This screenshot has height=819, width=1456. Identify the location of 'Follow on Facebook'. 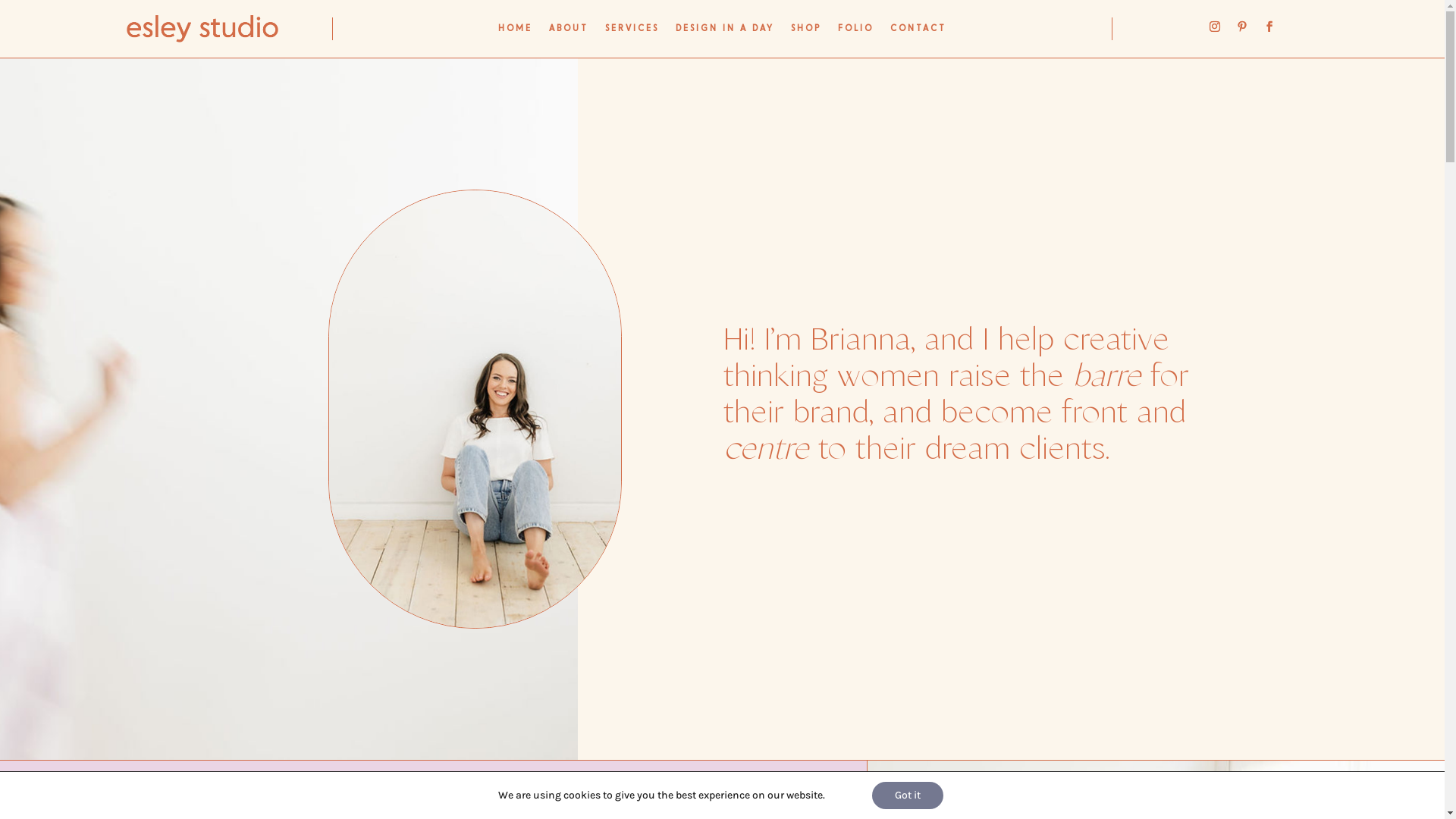
(1269, 26).